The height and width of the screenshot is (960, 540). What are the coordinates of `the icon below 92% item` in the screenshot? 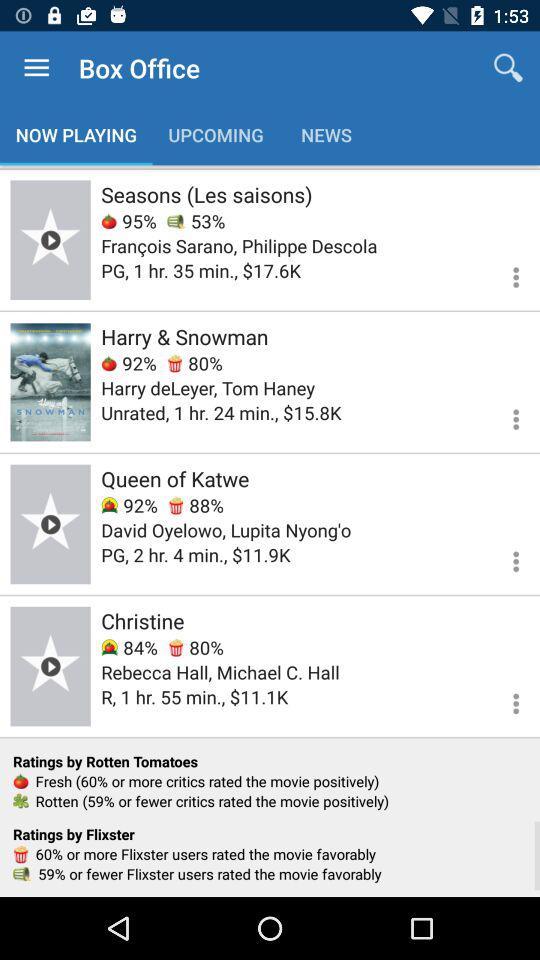 It's located at (225, 529).